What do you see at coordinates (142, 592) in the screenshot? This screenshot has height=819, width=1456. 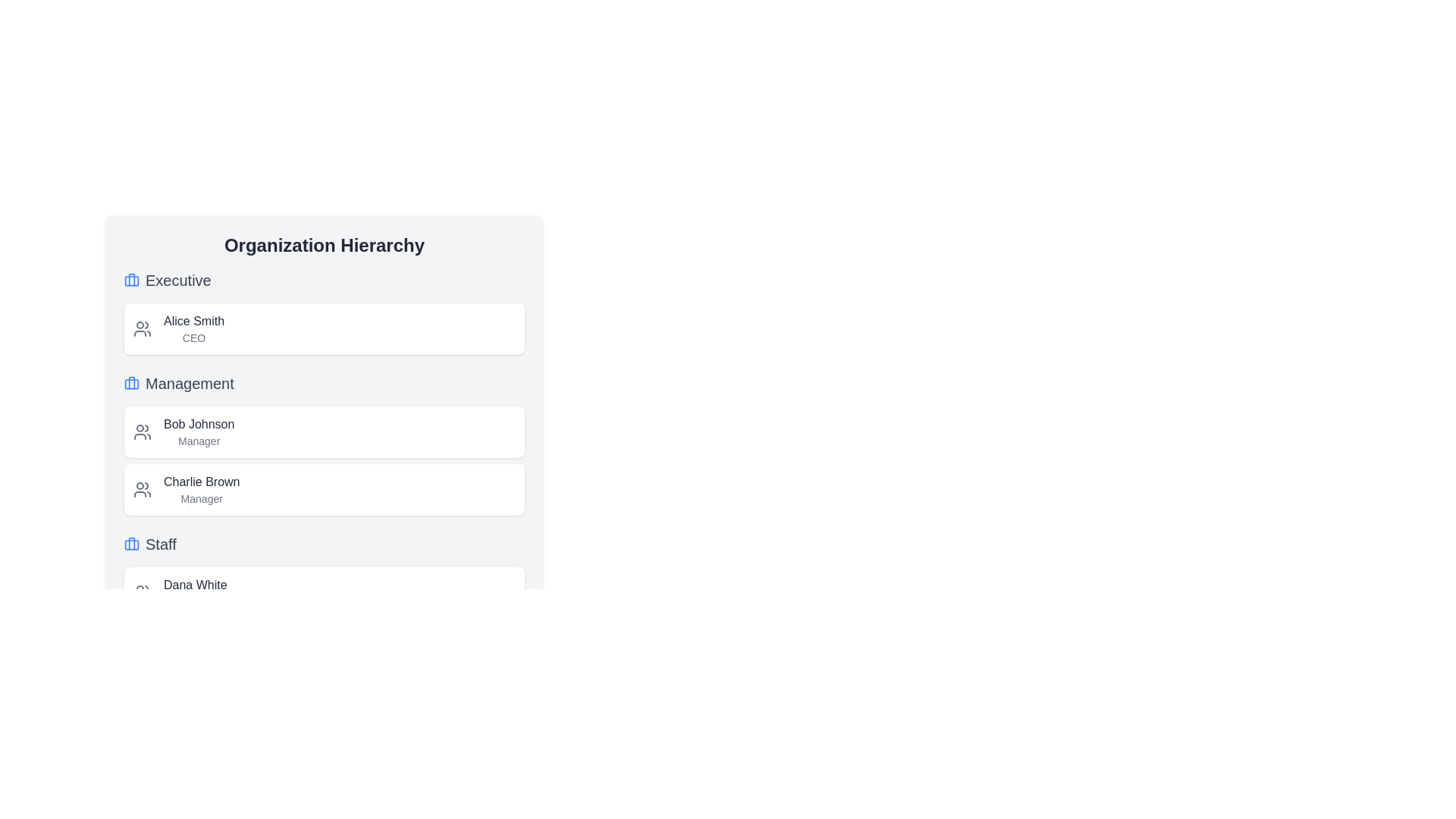 I see `the Decorative Icon that represents the user or group of users identified by the text 'Dana White' in the 'Staff' section` at bounding box center [142, 592].